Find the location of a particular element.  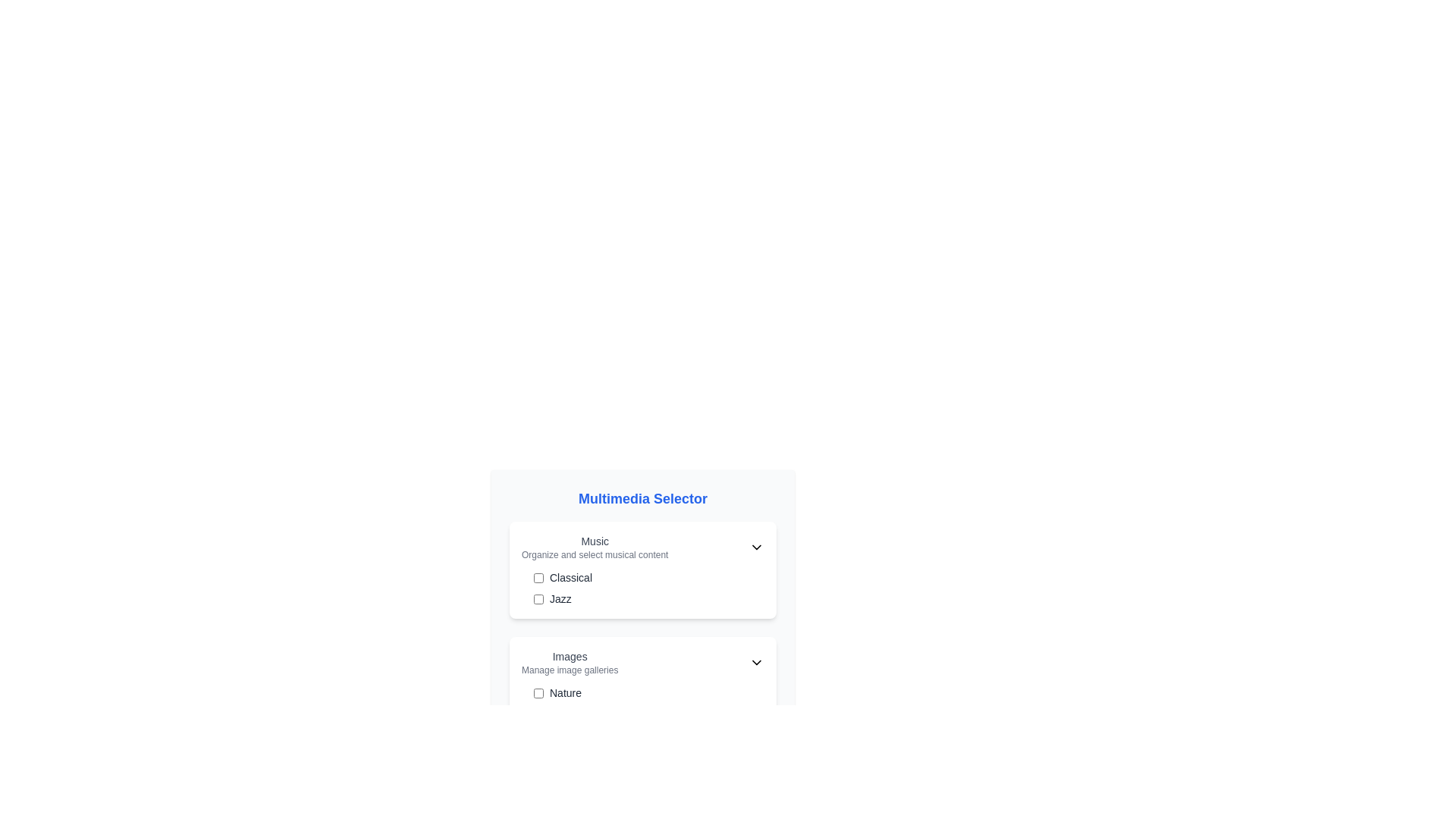

the Dropdown selector for the 'Music' category is located at coordinates (643, 547).